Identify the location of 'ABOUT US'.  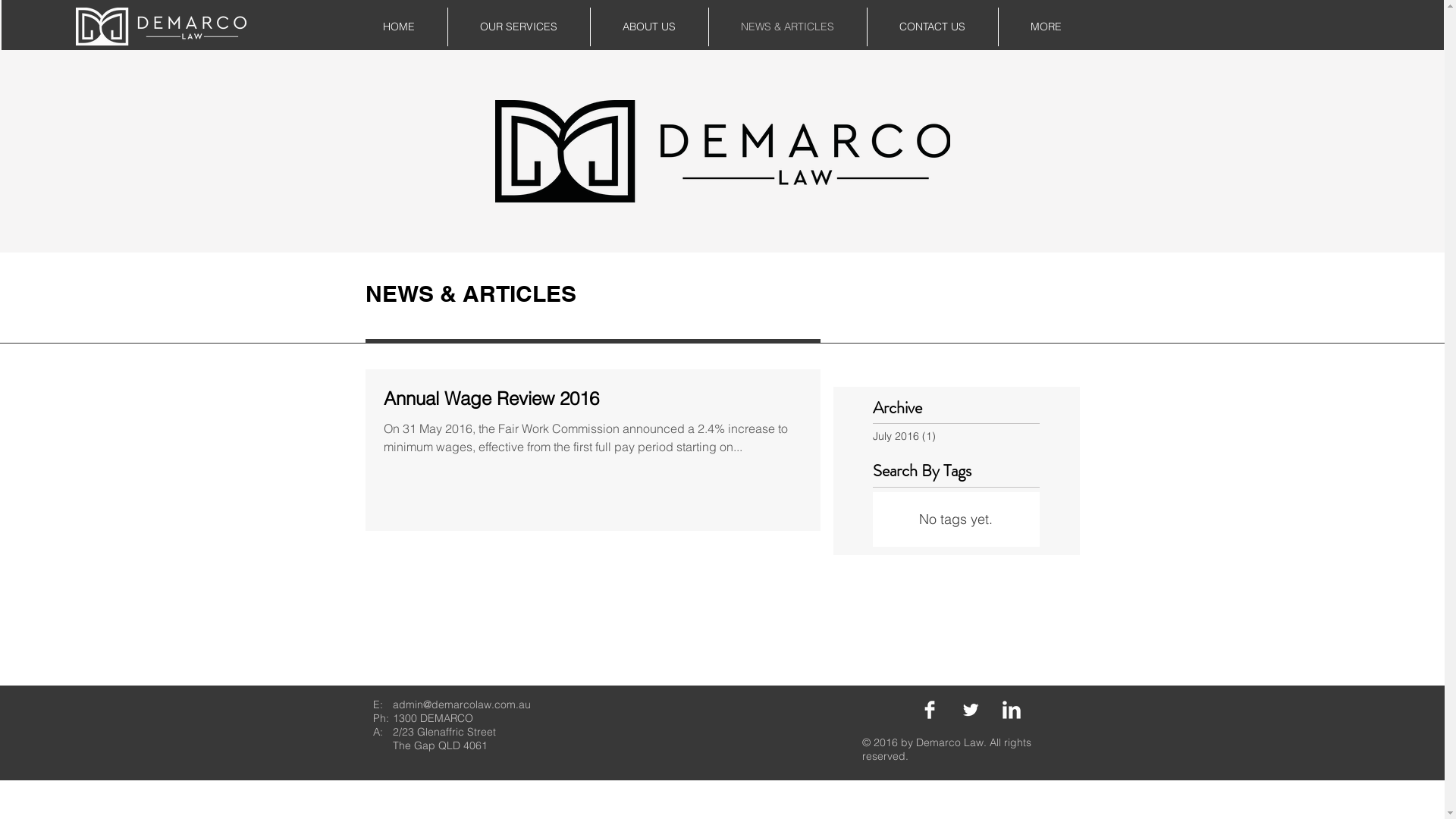
(648, 27).